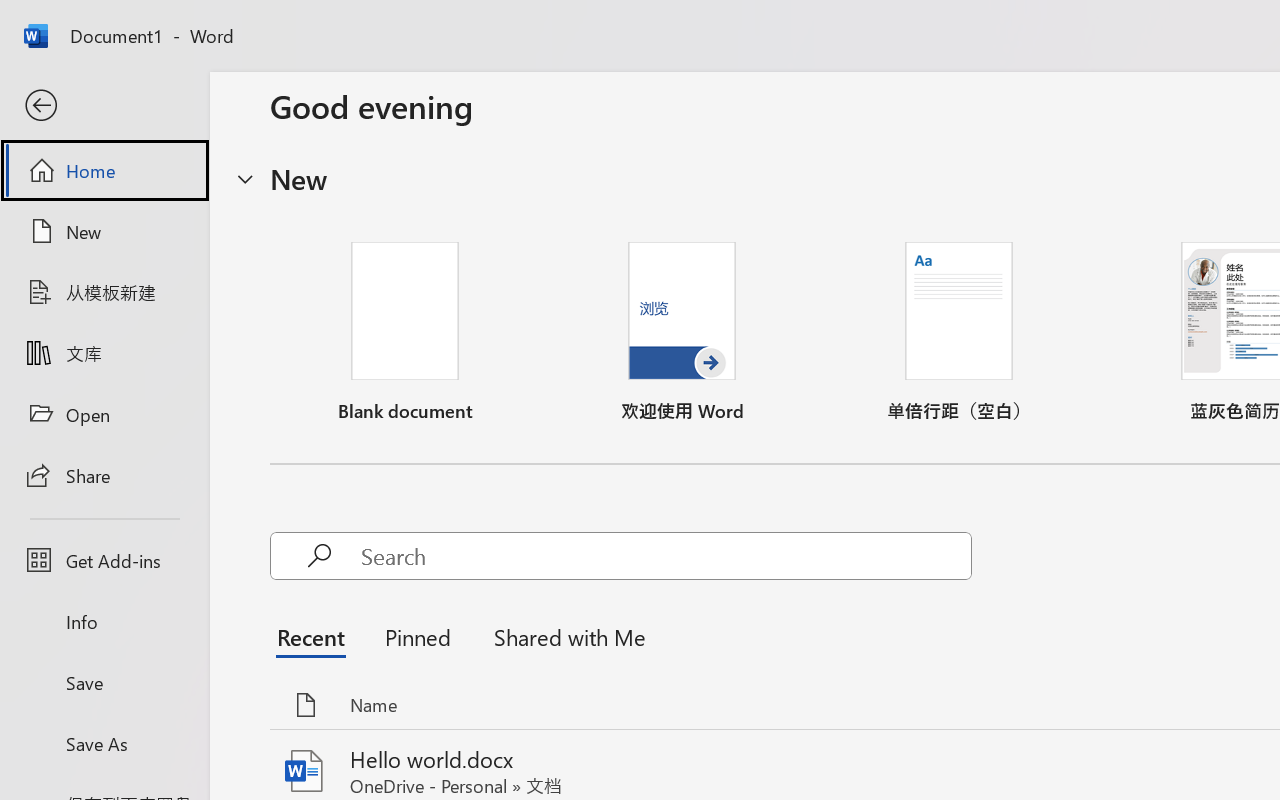 Image resolution: width=1280 pixels, height=800 pixels. What do you see at coordinates (103, 621) in the screenshot?
I see `'Info'` at bounding box center [103, 621].